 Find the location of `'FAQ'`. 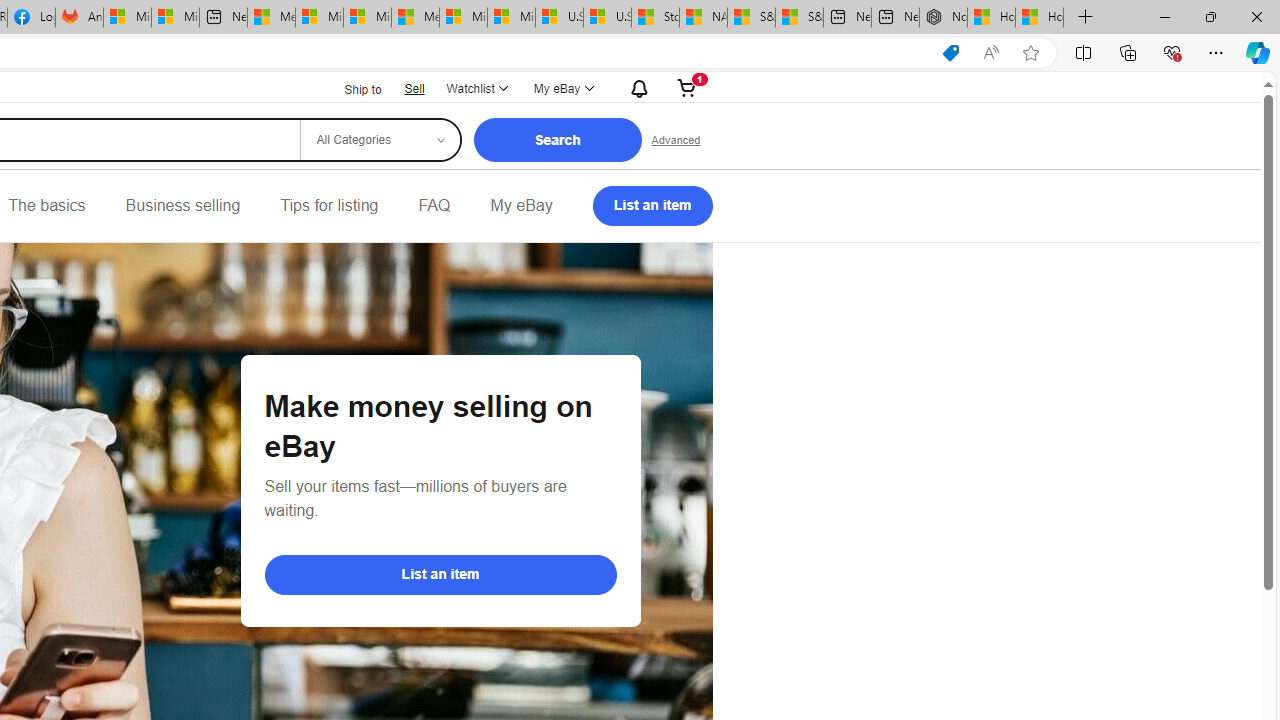

'FAQ' is located at coordinates (433, 205).